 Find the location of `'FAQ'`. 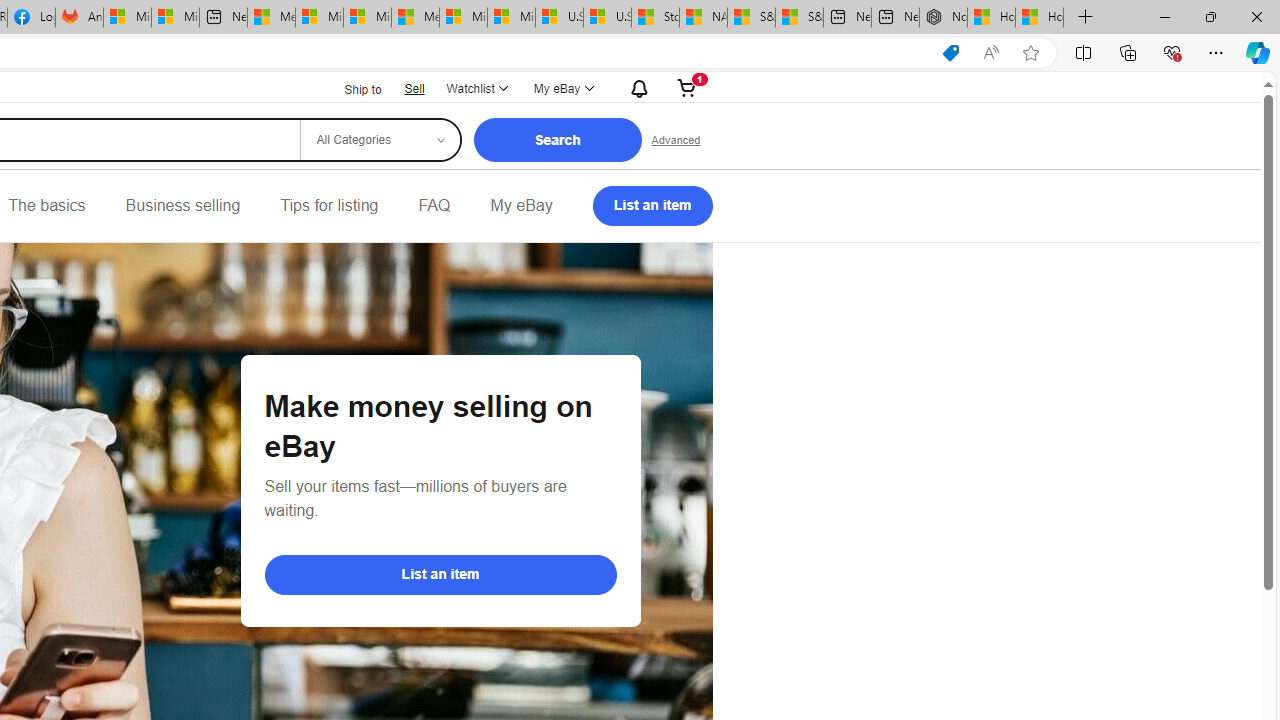

'FAQ' is located at coordinates (433, 205).